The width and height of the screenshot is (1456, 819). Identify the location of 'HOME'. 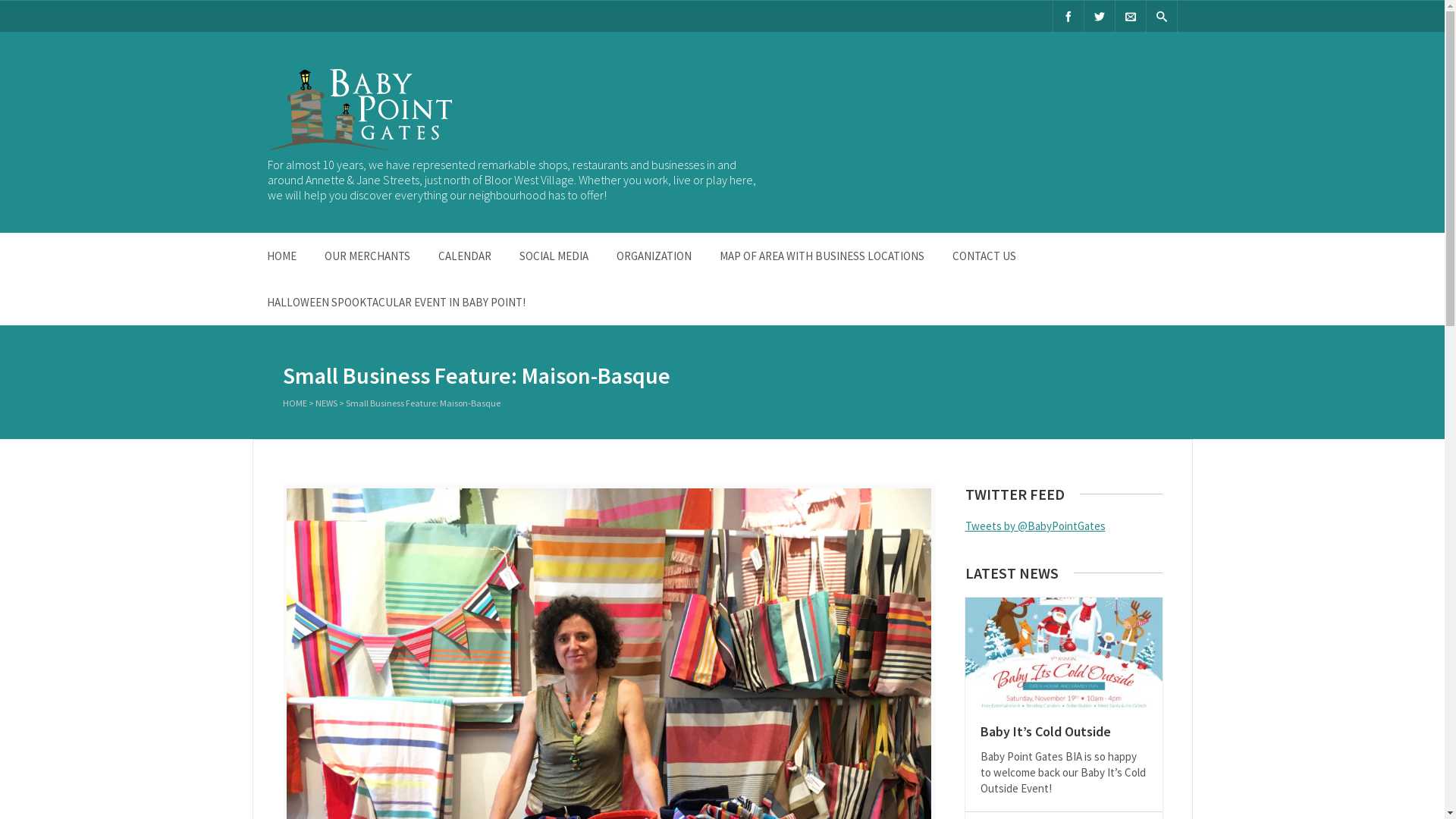
(294, 402).